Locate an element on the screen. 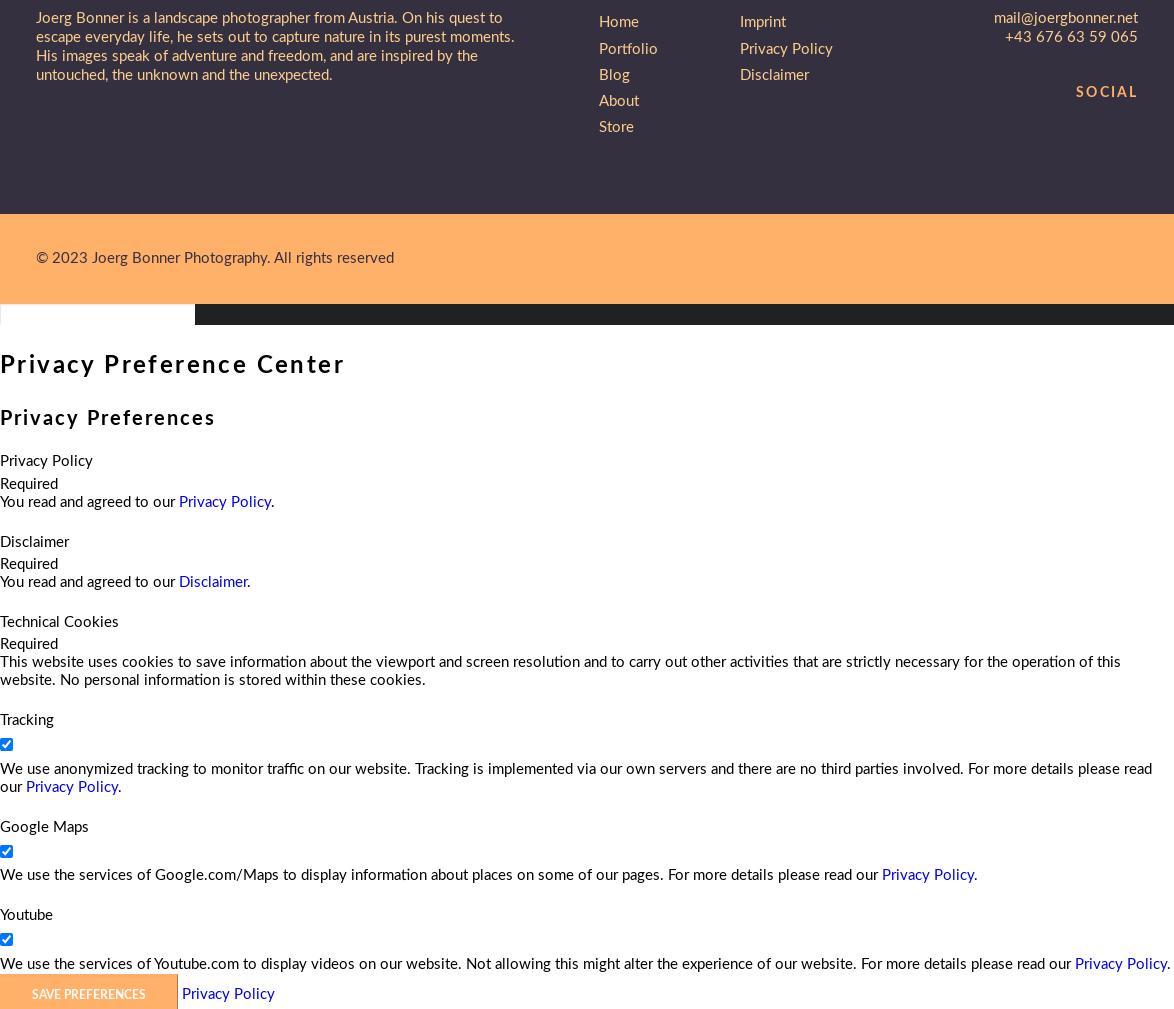 This screenshot has width=1174, height=1009. '+43 676 63 59 065' is located at coordinates (1070, 36).